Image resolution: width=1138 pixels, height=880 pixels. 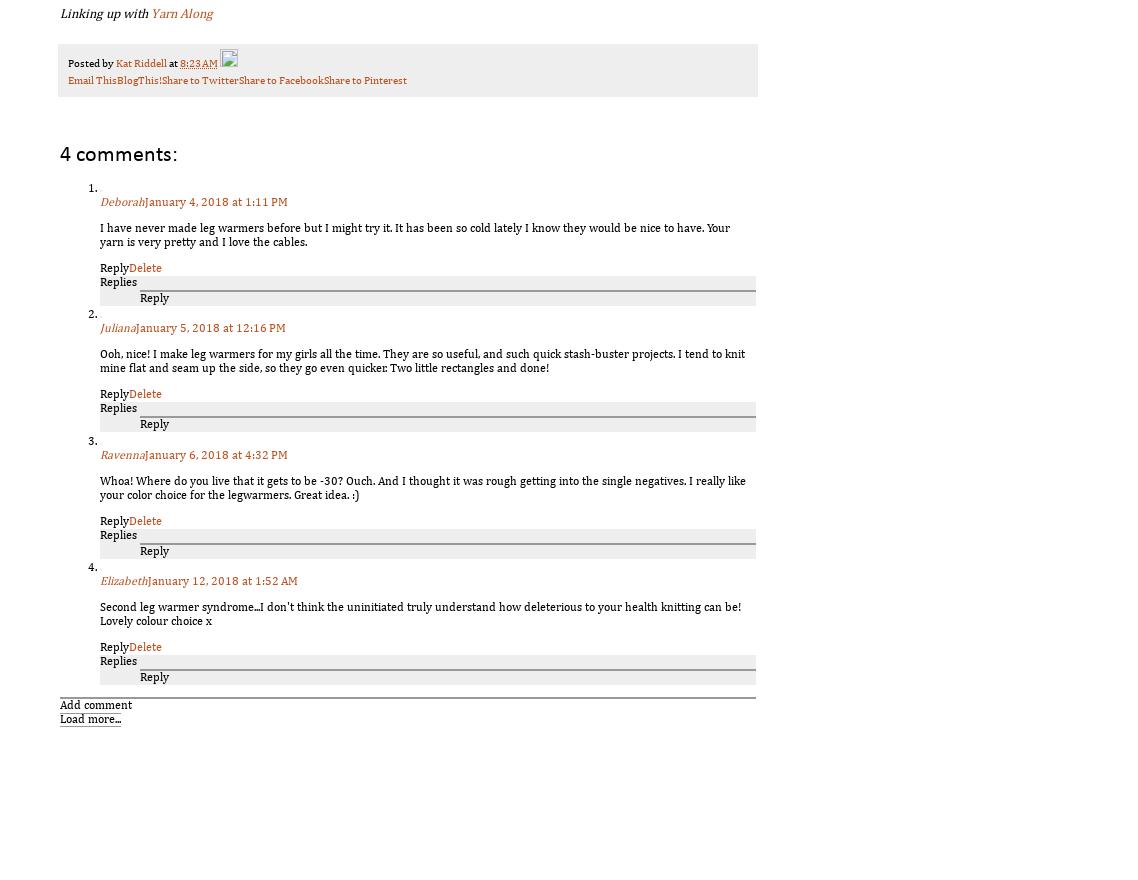 I want to click on 'January 6, 2018 at 4:32 PM', so click(x=215, y=453).